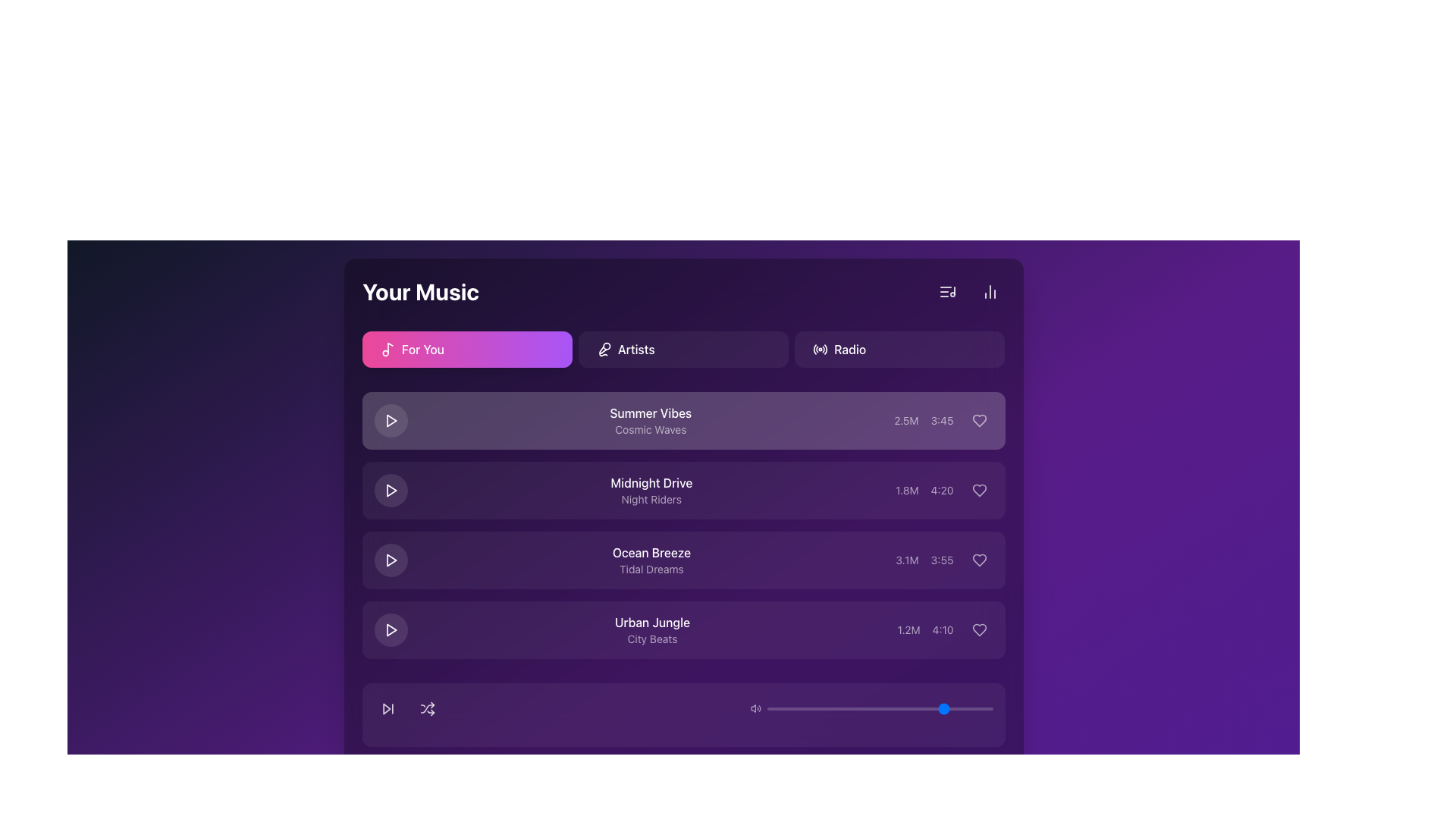 Image resolution: width=1456 pixels, height=819 pixels. Describe the element at coordinates (979, 629) in the screenshot. I see `the heart icon button located in the last row under the 'Urban Jungle' track by 'City Beats', positioned in the far-right column of similar icons` at that location.